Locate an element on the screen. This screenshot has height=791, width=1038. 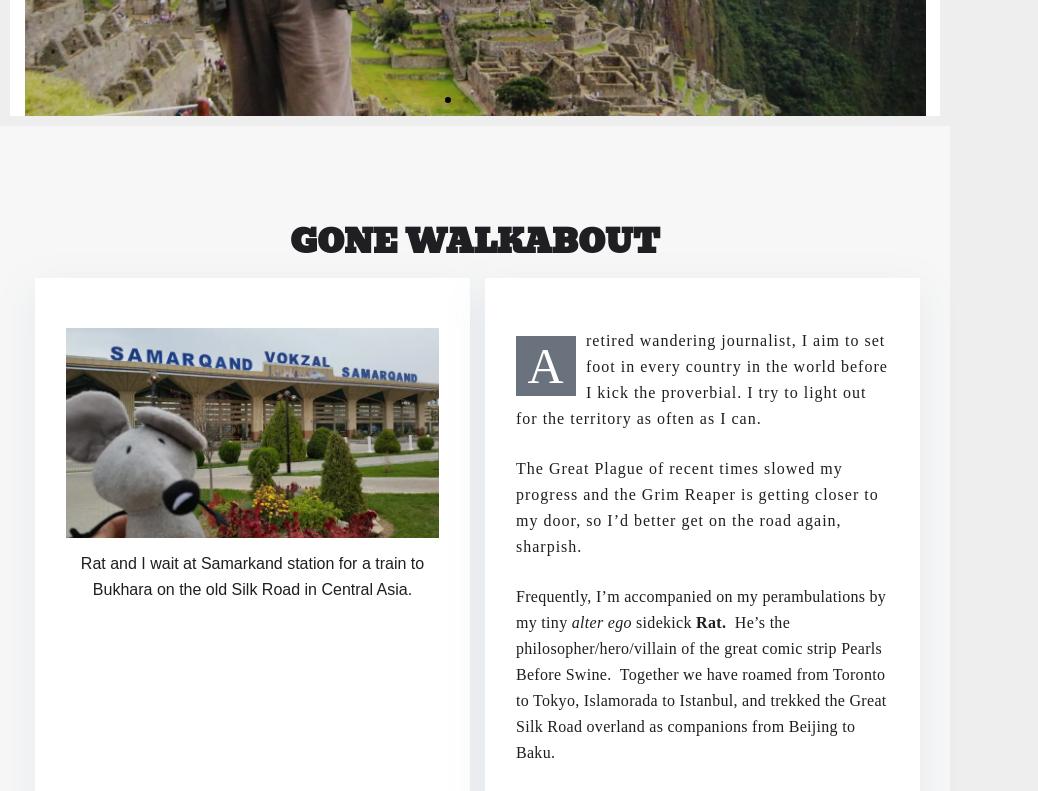
'sidekick' is located at coordinates (630, 620).